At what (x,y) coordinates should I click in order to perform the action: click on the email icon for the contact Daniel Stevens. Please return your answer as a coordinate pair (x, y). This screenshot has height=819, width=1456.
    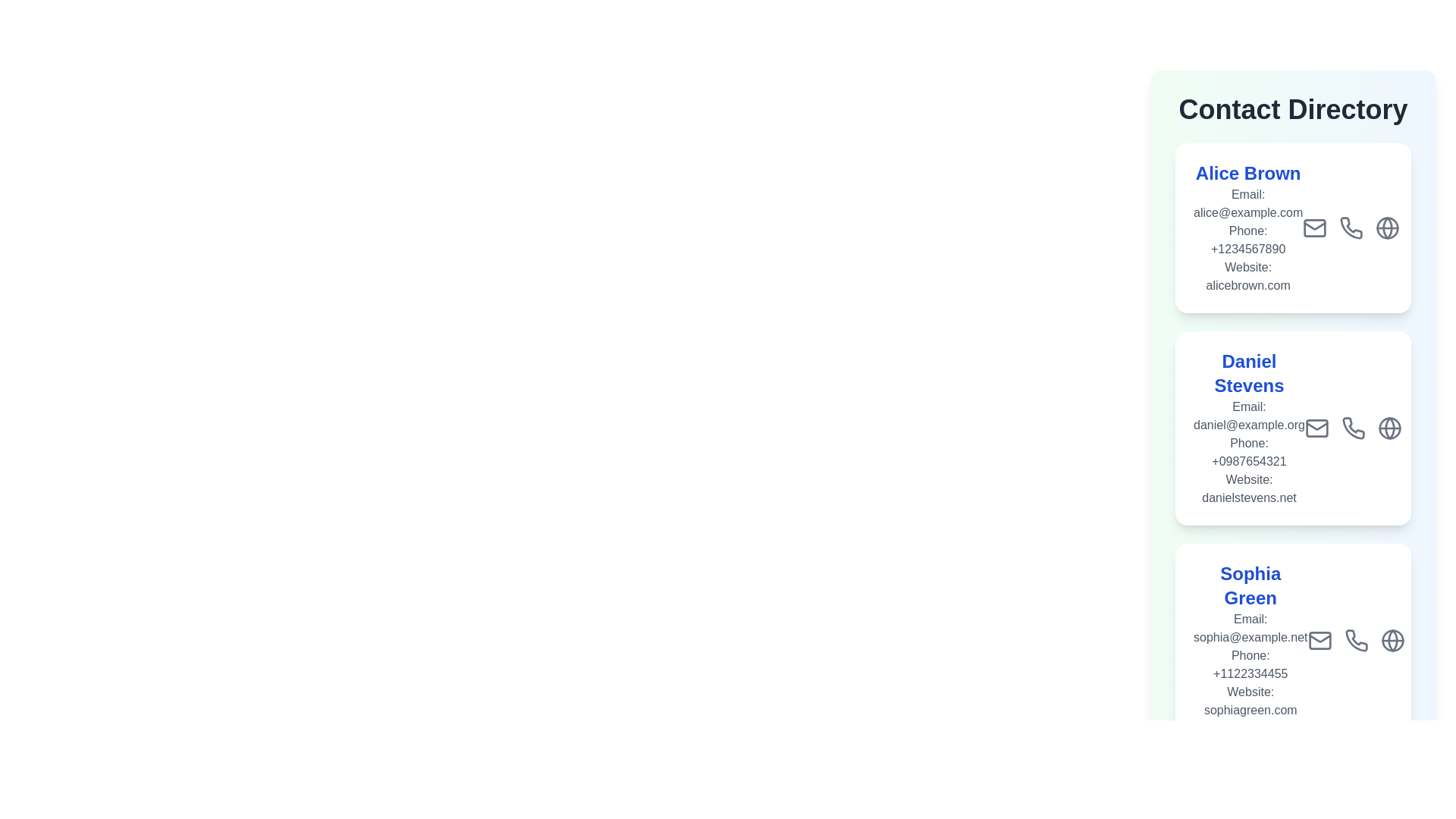
    Looking at the image, I should click on (1316, 428).